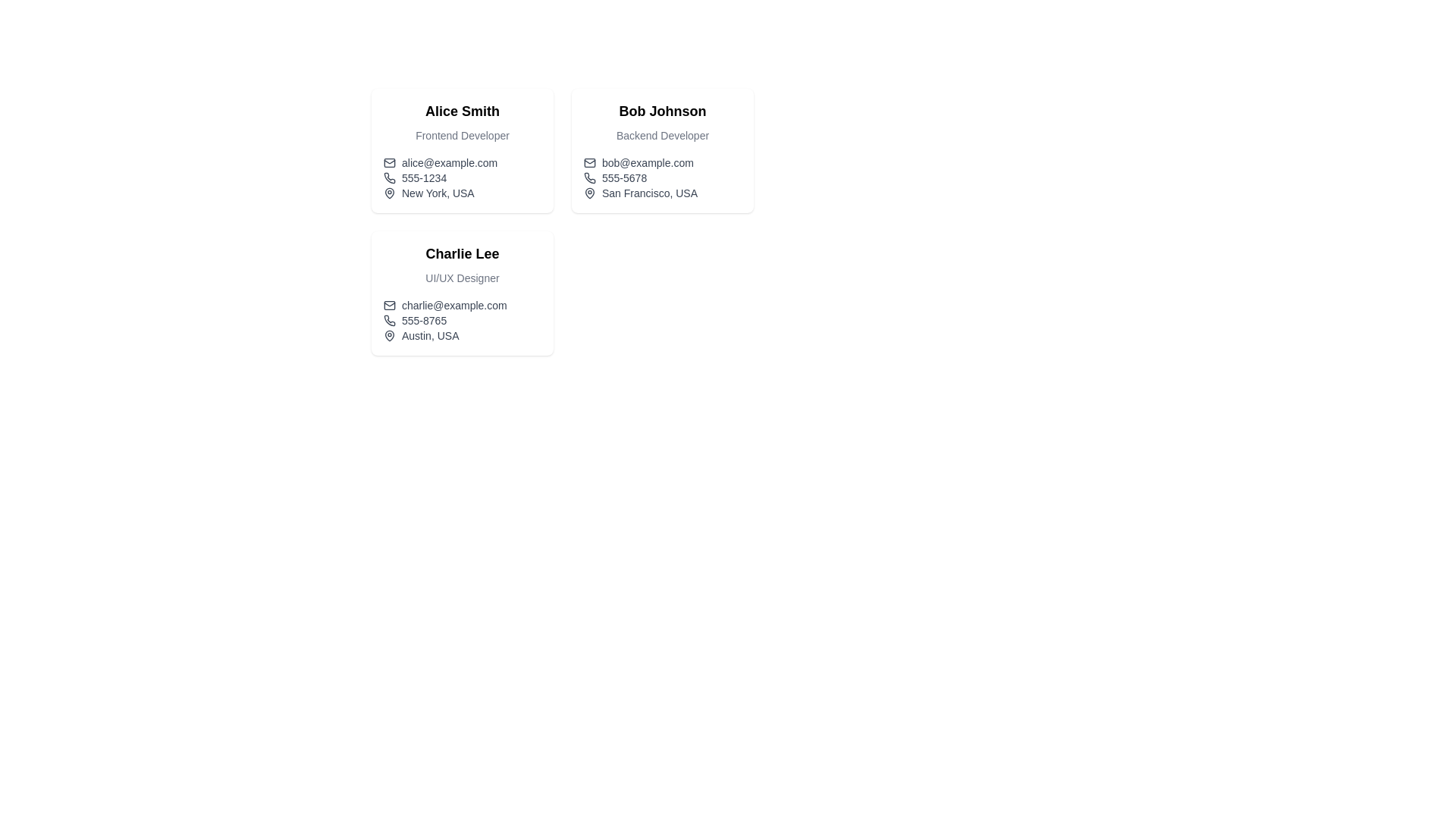 This screenshot has height=819, width=1456. What do you see at coordinates (424, 177) in the screenshot?
I see `the phone number text field displaying '555-1234' in muted gray color, which is located next to the phone icon within the profile card for 'Alice Smith'` at bounding box center [424, 177].